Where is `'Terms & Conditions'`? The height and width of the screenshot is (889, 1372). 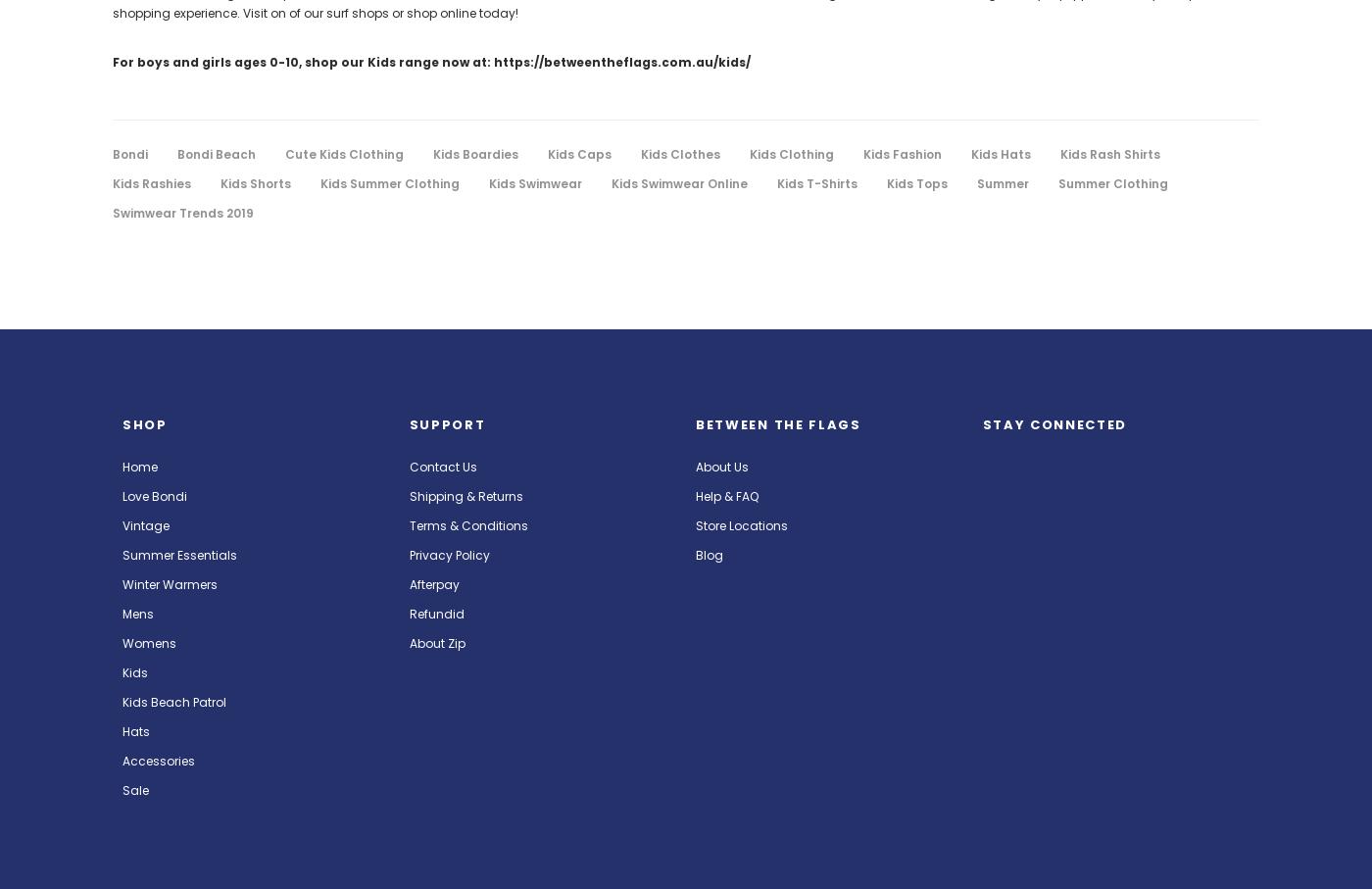
'Terms & Conditions' is located at coordinates (466, 524).